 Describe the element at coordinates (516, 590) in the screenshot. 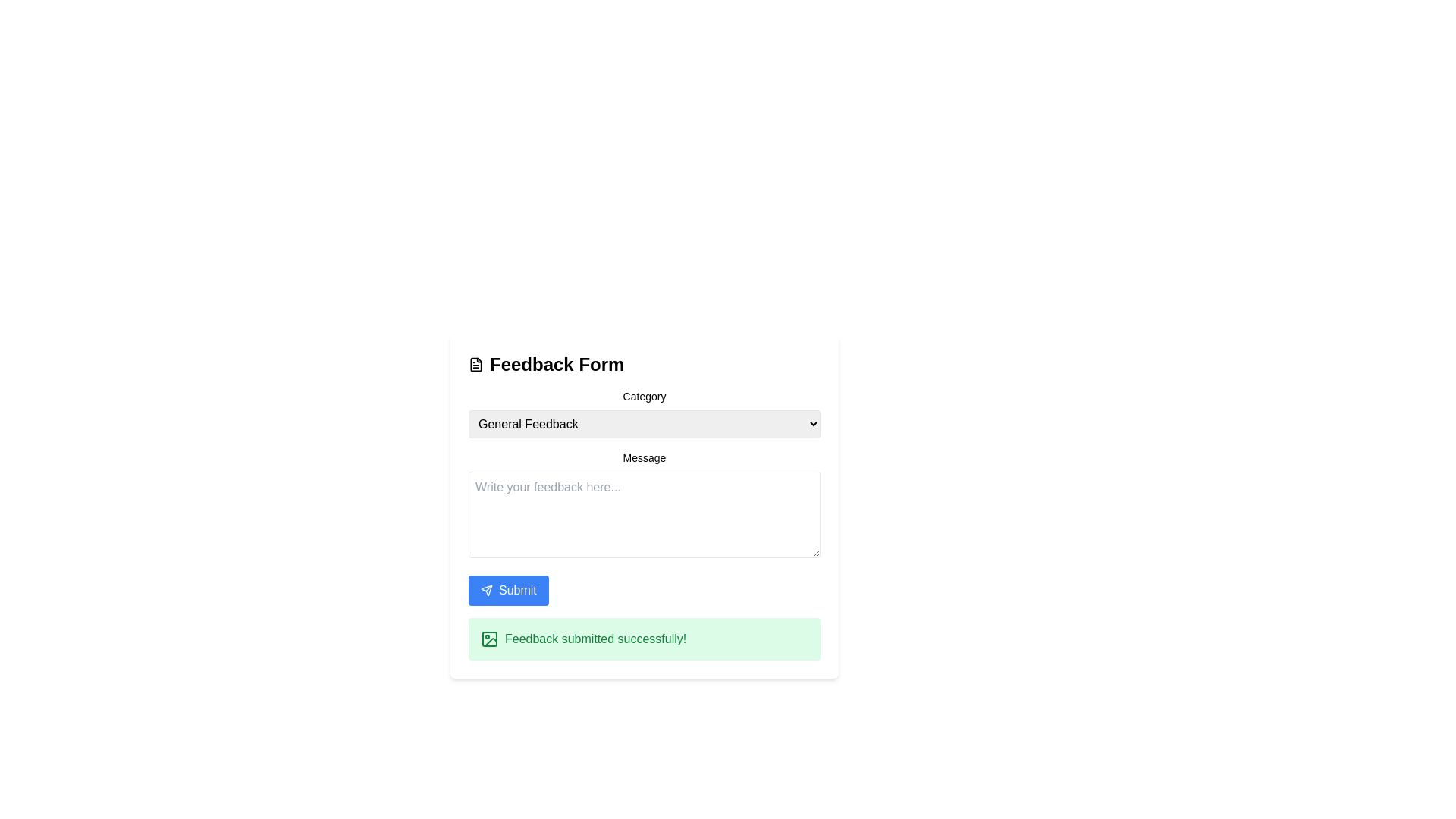

I see `the button that submits the form data, as indicated by the adjacent text label located at the bottom of the feedback form` at that location.